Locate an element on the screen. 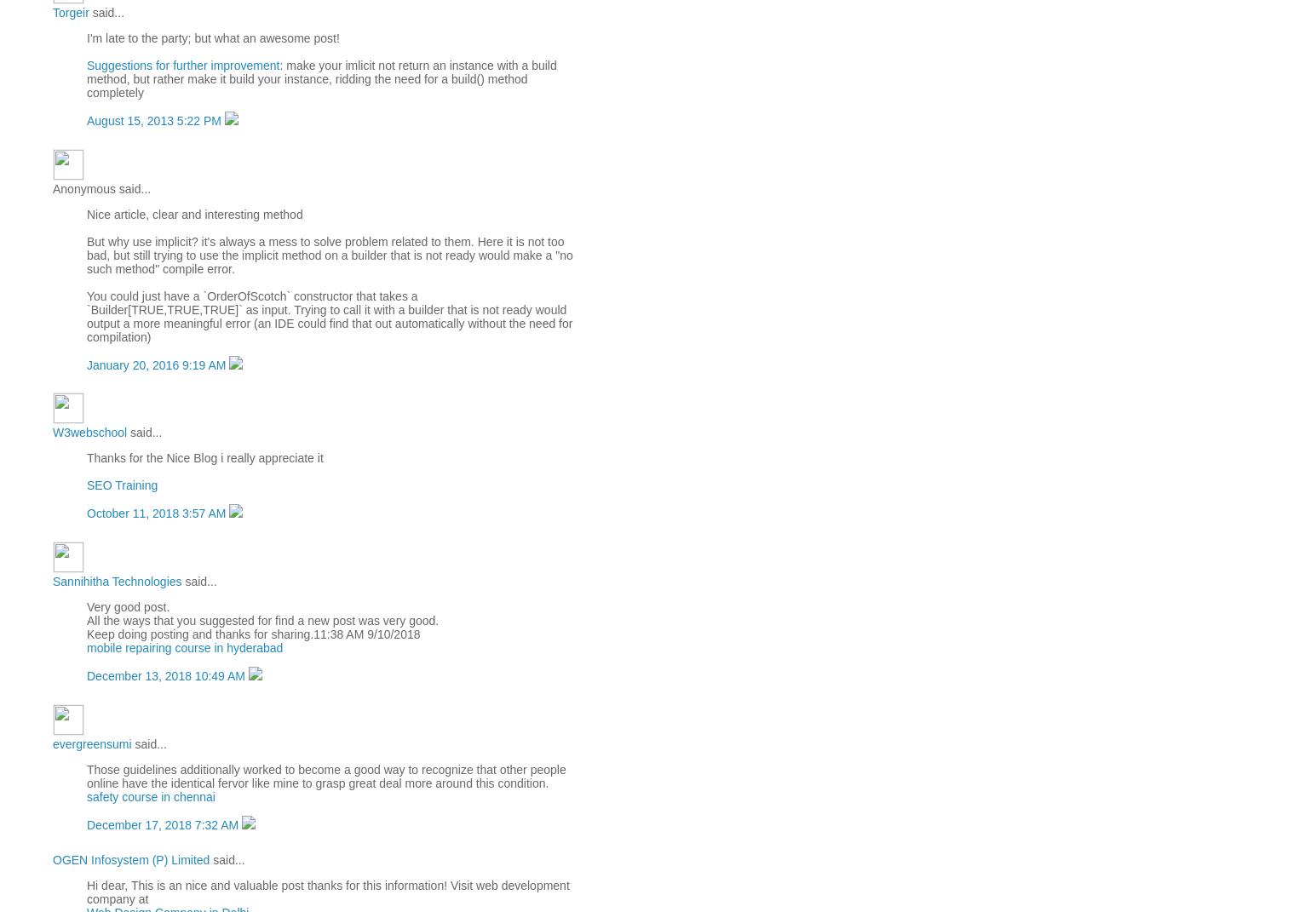 This screenshot has width=1316, height=912. 'August 15, 2013 5:22 PM' is located at coordinates (155, 120).